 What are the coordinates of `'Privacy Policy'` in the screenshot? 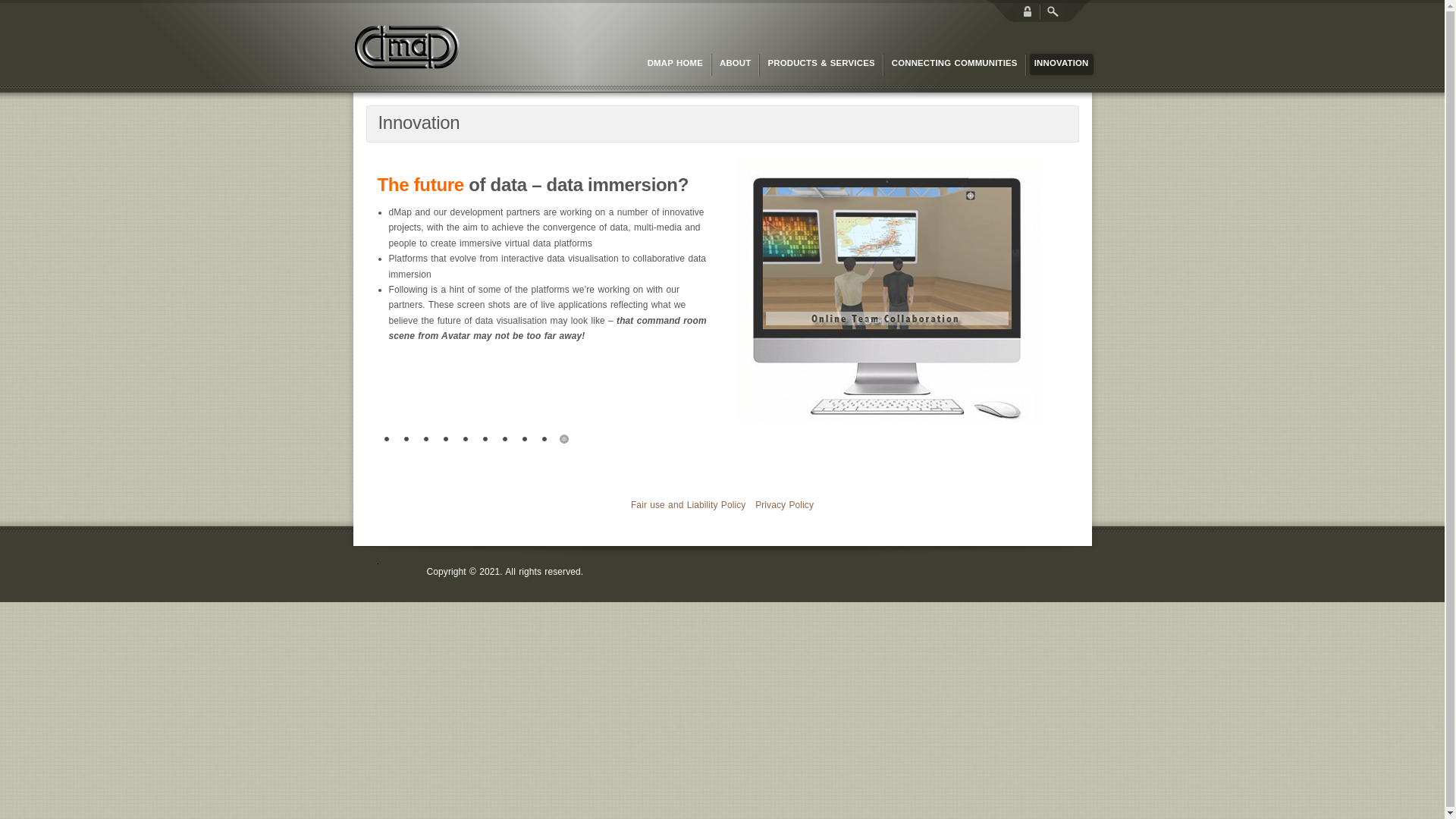 It's located at (784, 505).